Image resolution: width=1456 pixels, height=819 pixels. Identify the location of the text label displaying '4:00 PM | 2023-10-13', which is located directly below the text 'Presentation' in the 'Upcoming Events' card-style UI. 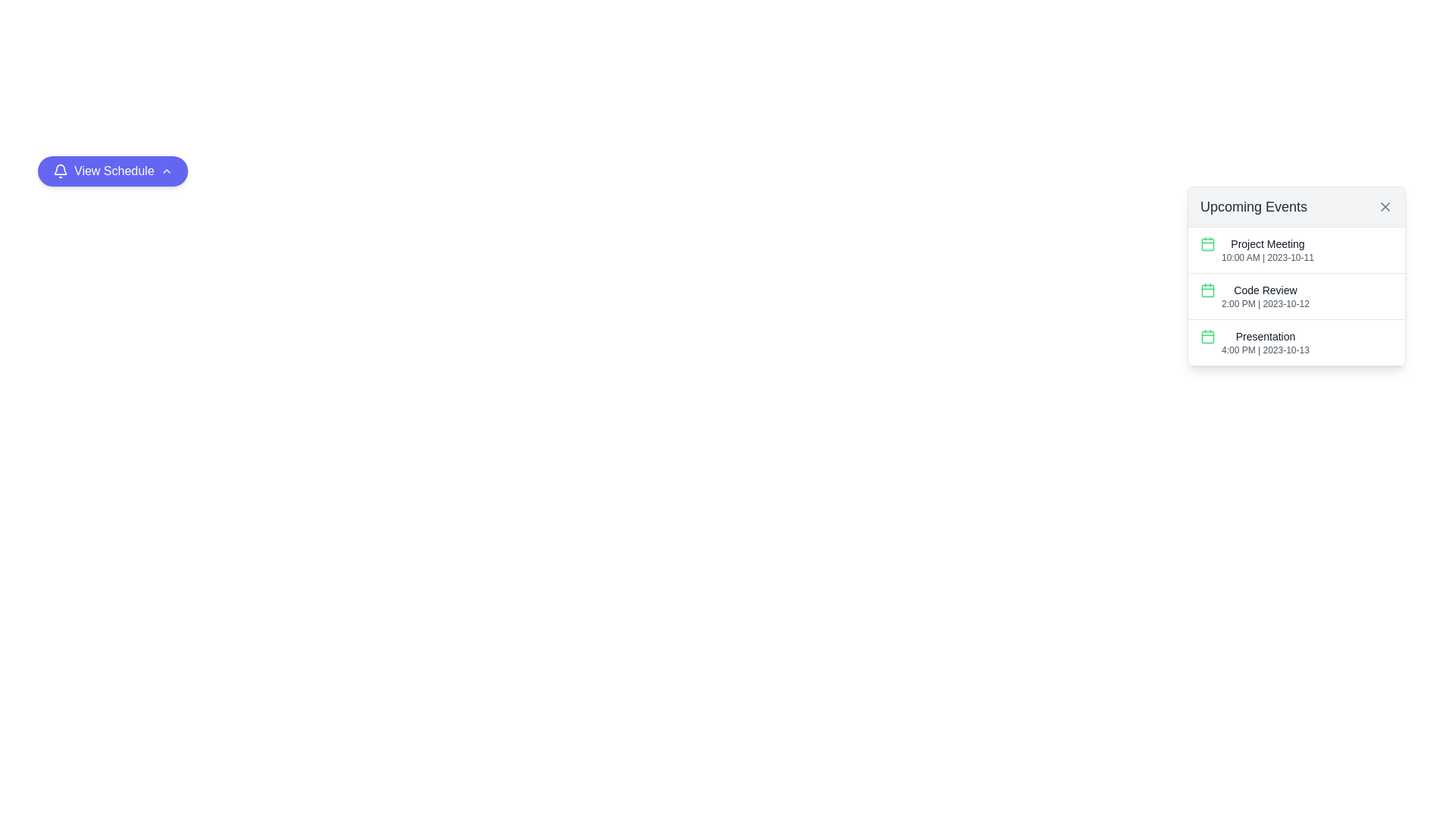
(1265, 350).